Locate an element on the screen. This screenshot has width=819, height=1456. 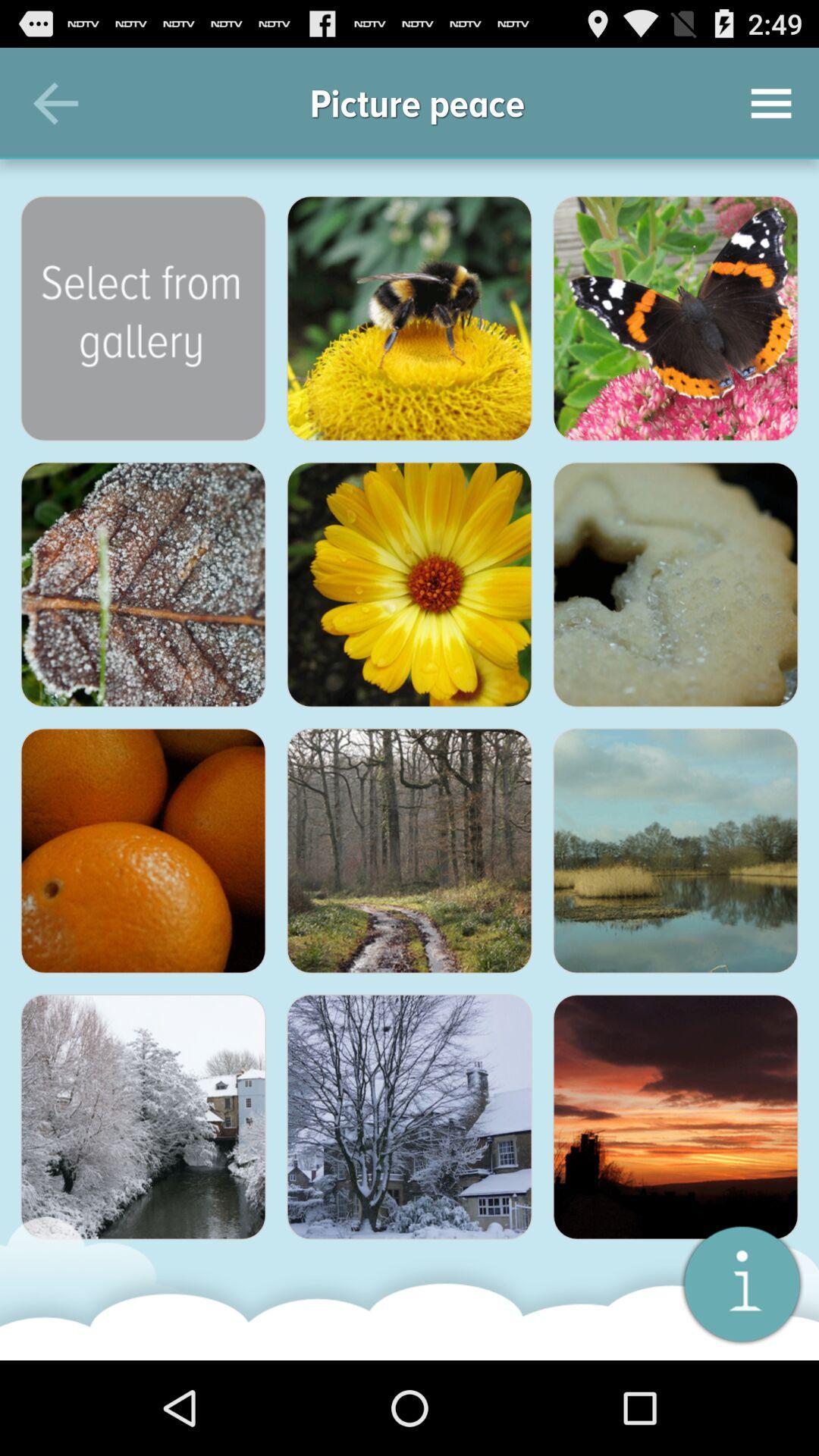
choose the pitcher is located at coordinates (143, 318).